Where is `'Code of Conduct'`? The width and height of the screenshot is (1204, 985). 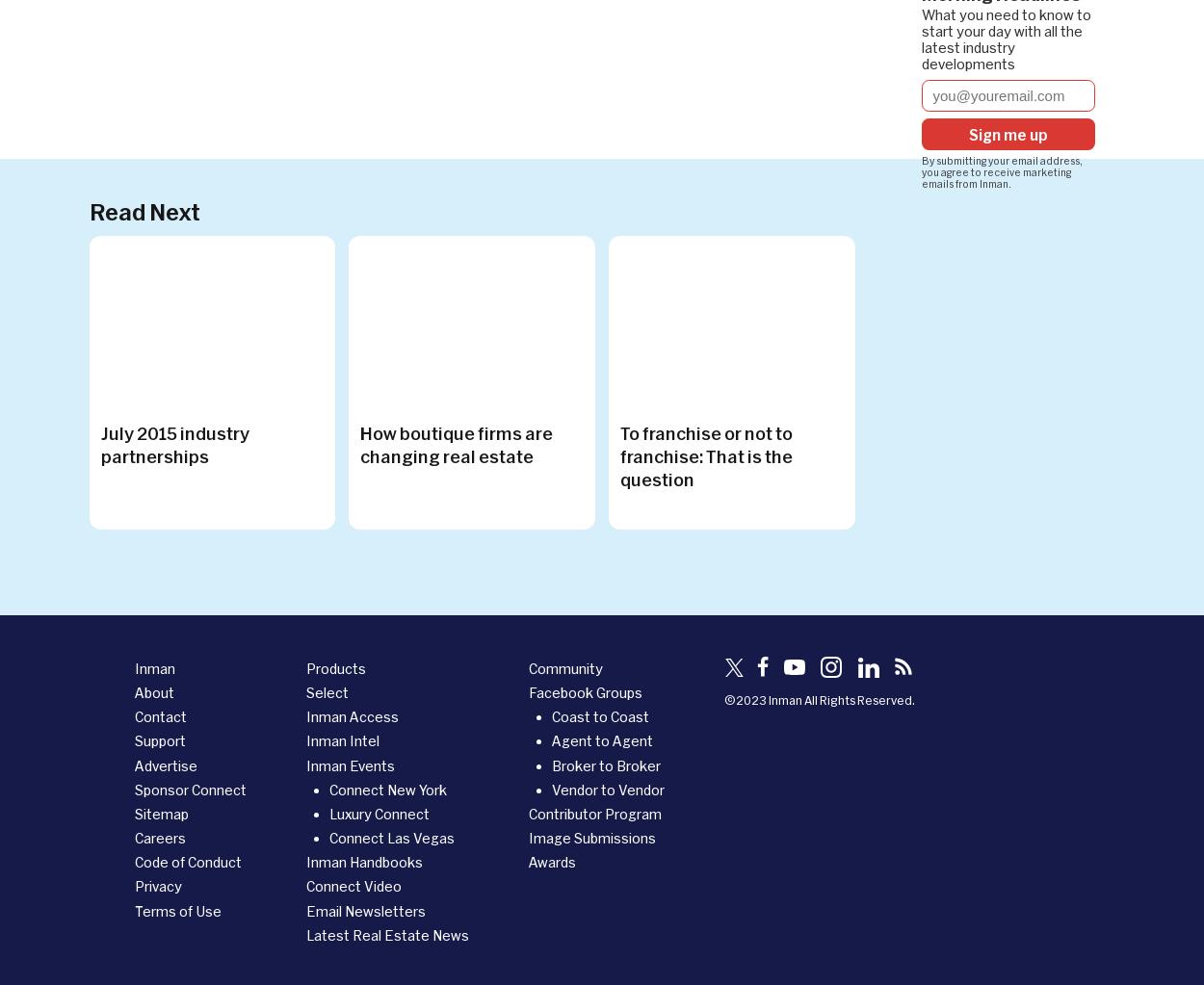
'Code of Conduct' is located at coordinates (135, 862).